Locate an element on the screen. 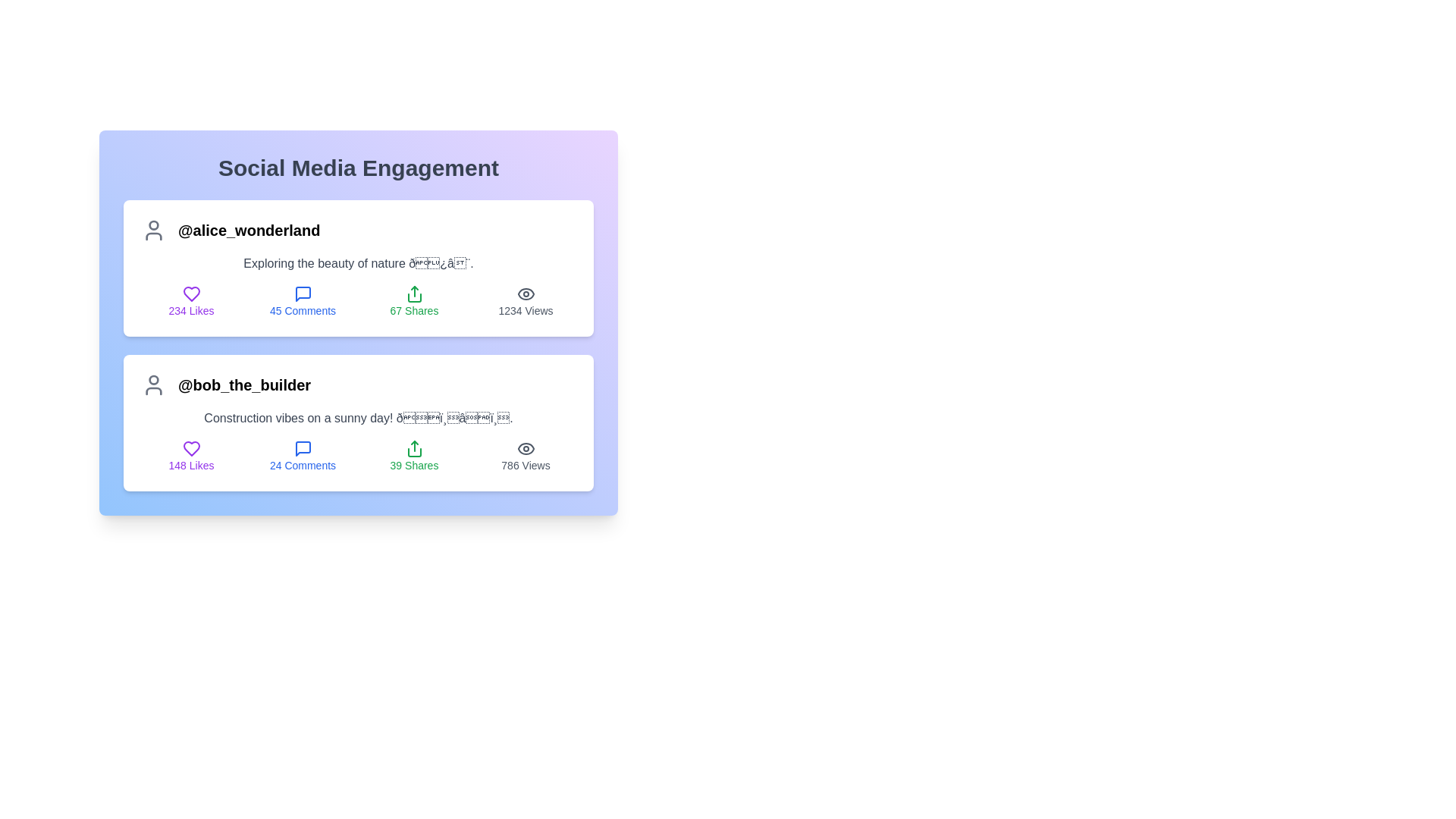 The image size is (1456, 819). text displayed in the Text block of the social media post made by '@bob_the_builder', located below the username and above the engagement statistics of the second post is located at coordinates (358, 418).